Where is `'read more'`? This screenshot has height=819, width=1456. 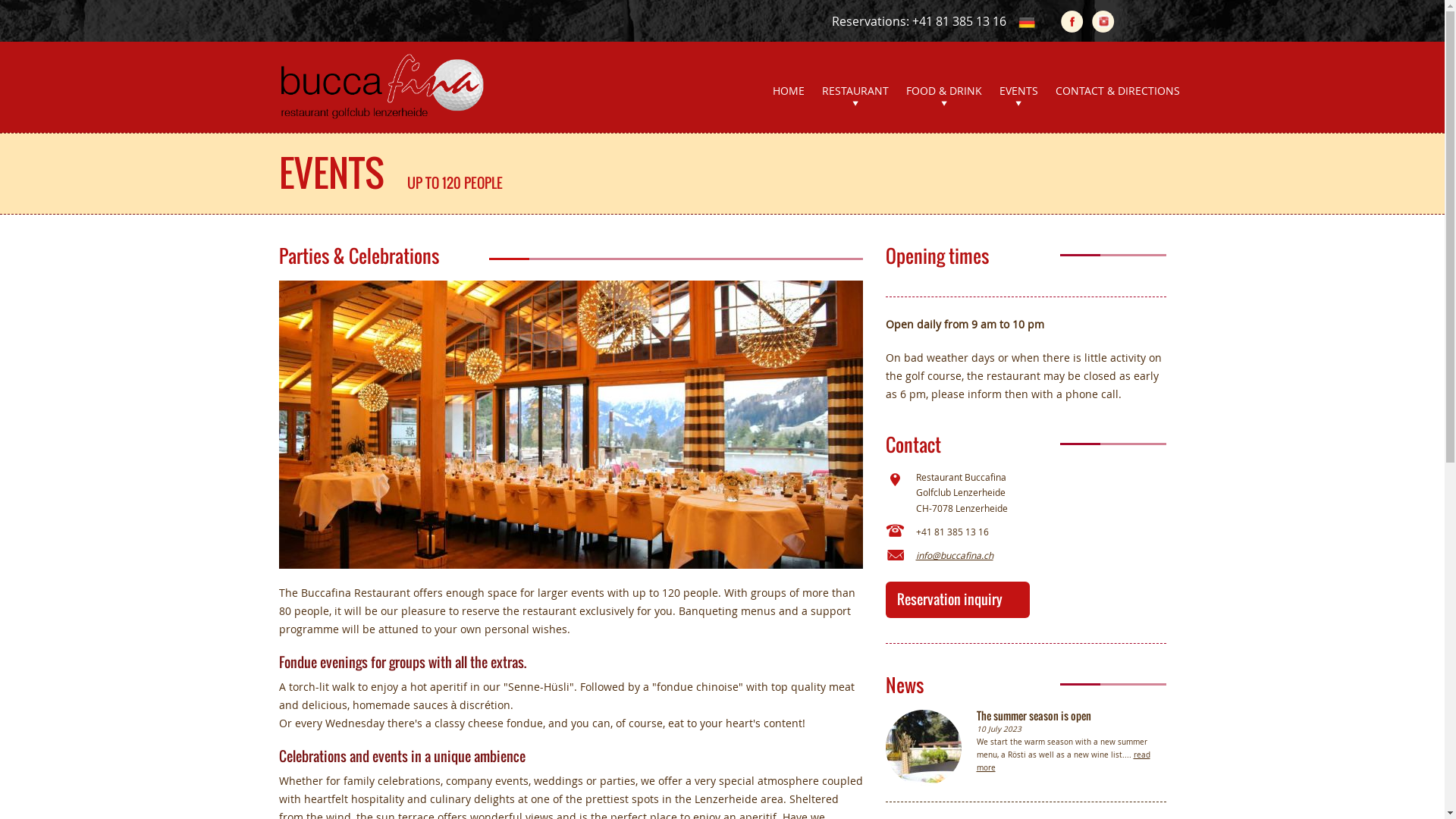
'read more' is located at coordinates (1062, 761).